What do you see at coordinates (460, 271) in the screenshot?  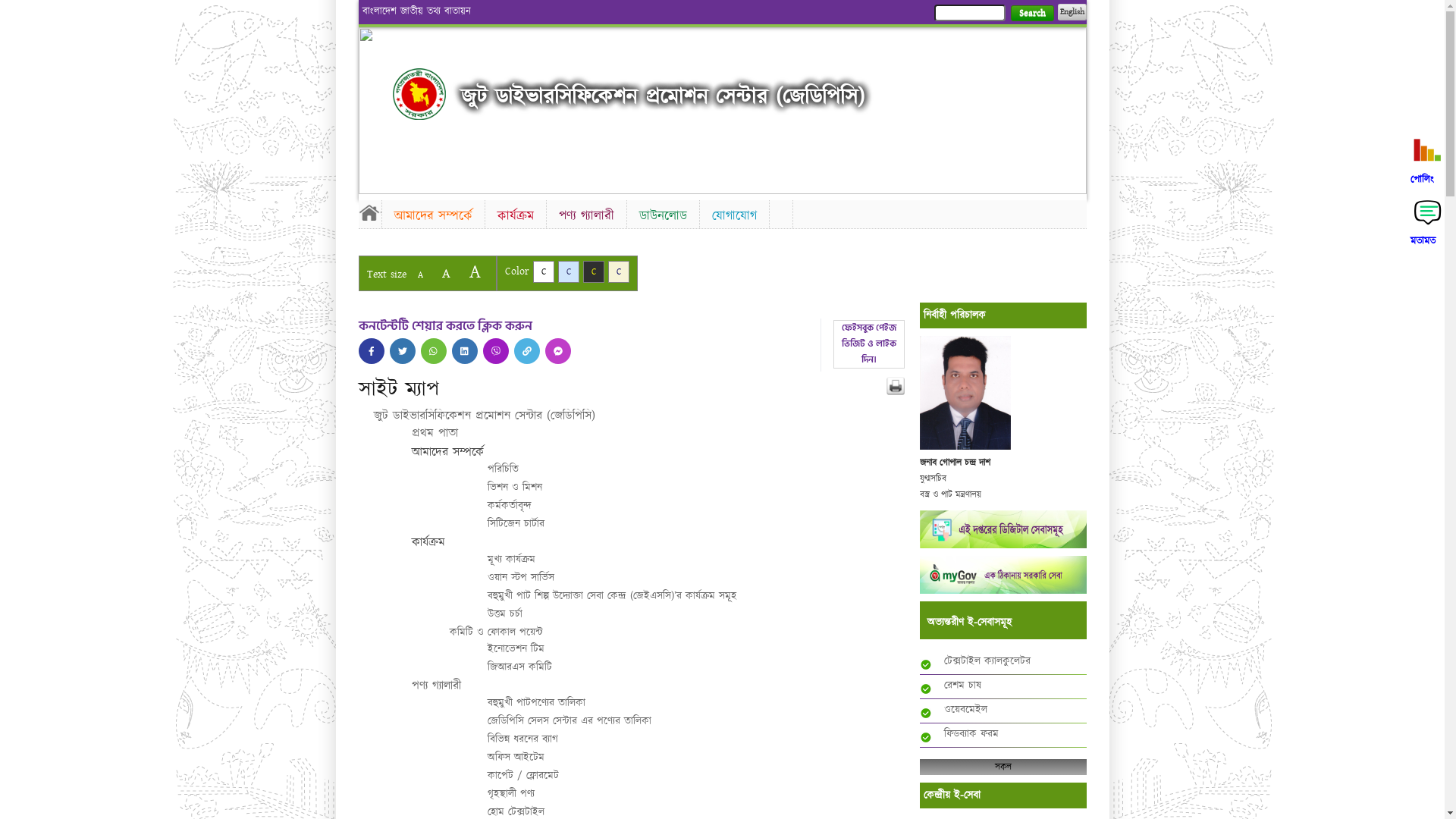 I see `'A'` at bounding box center [460, 271].